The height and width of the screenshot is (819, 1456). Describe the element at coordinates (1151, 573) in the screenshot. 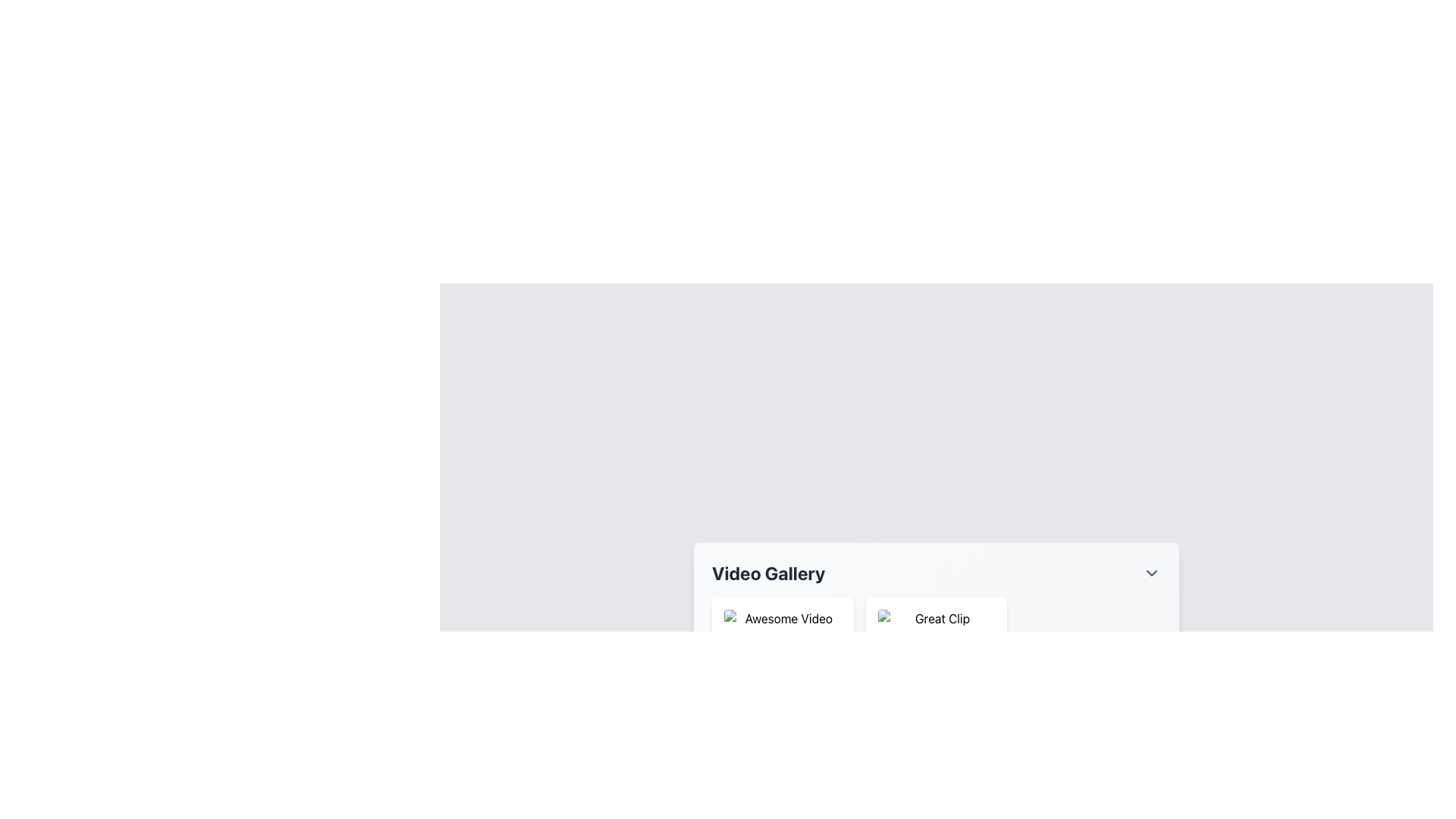

I see `the downward chevron icon located at the rightmost end of the 'Video Gallery' header` at that location.